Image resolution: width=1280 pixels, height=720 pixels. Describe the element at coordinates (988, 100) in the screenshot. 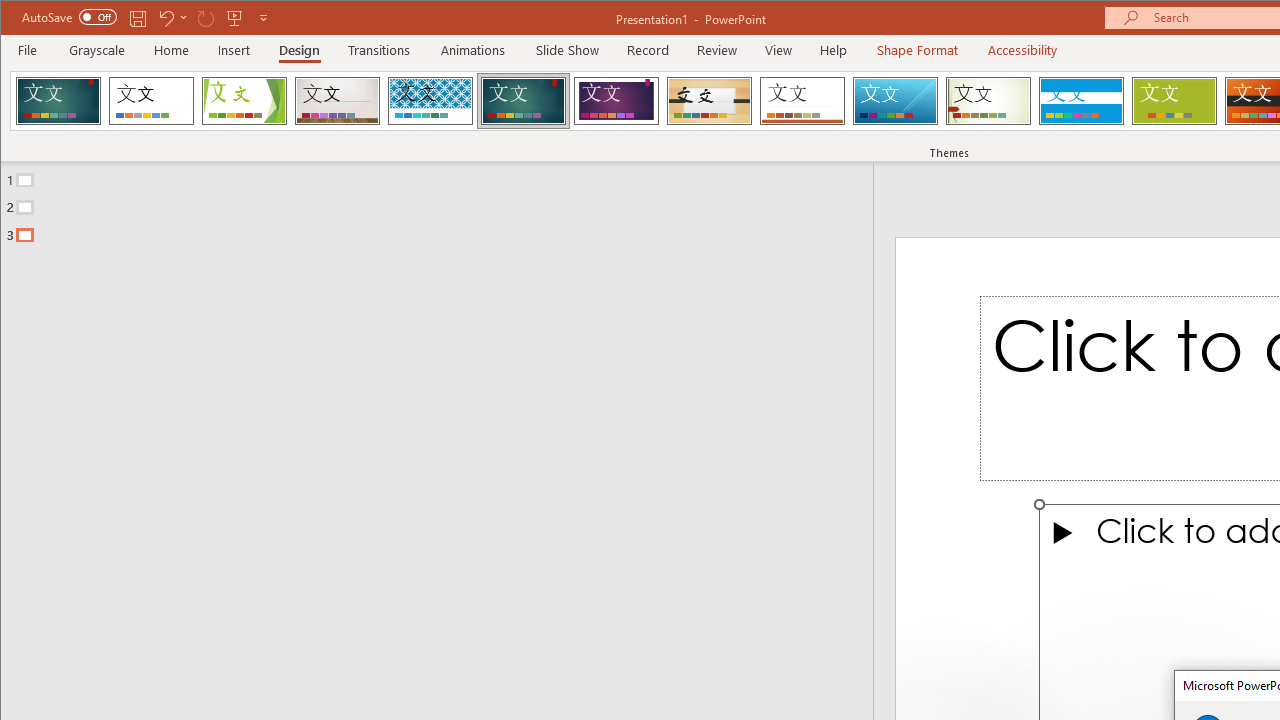

I see `'Wisp'` at that location.